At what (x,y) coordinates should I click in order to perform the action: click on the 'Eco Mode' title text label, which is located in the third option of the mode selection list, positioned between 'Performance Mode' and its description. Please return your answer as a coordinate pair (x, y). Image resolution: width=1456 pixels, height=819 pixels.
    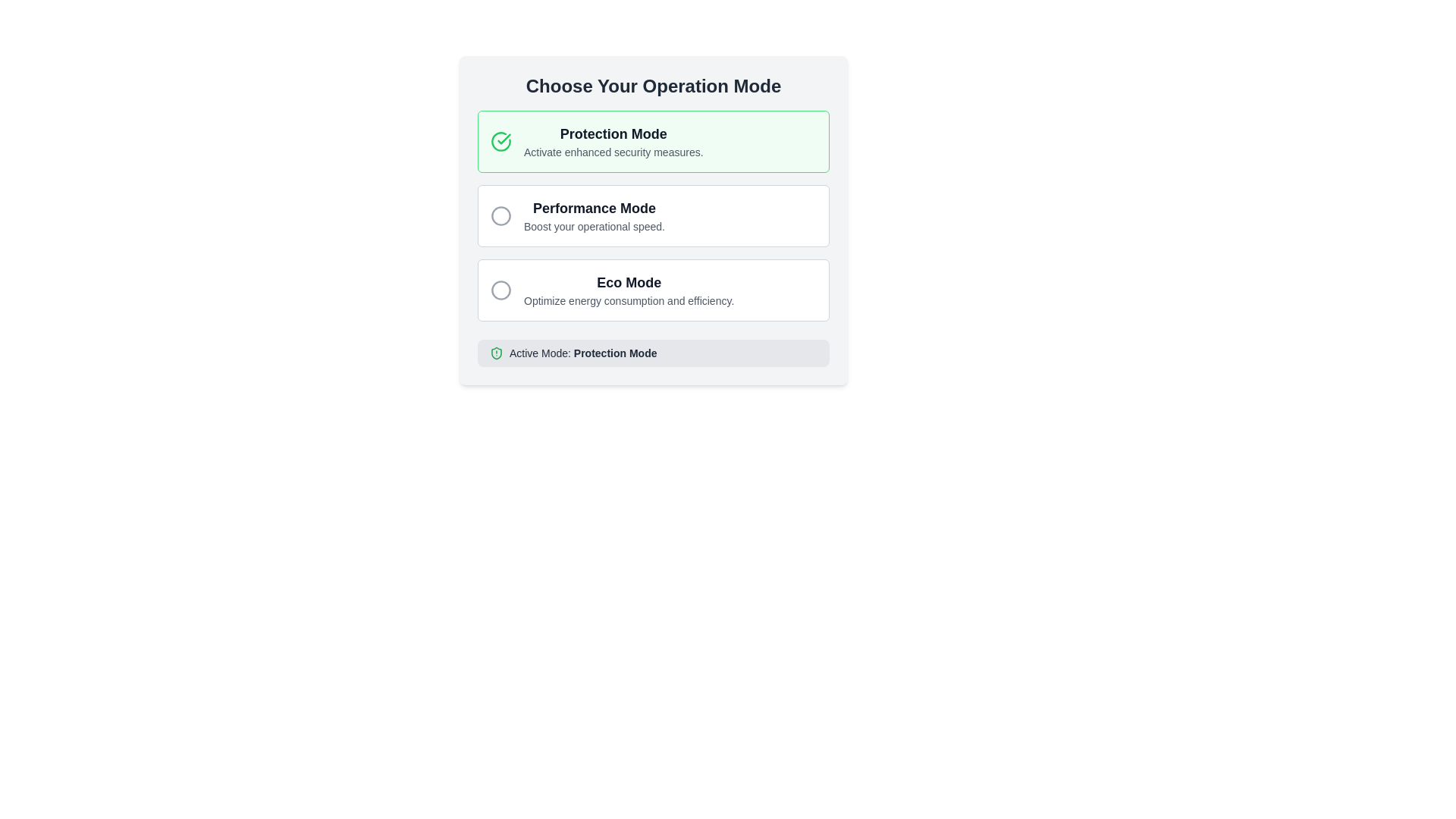
    Looking at the image, I should click on (629, 283).